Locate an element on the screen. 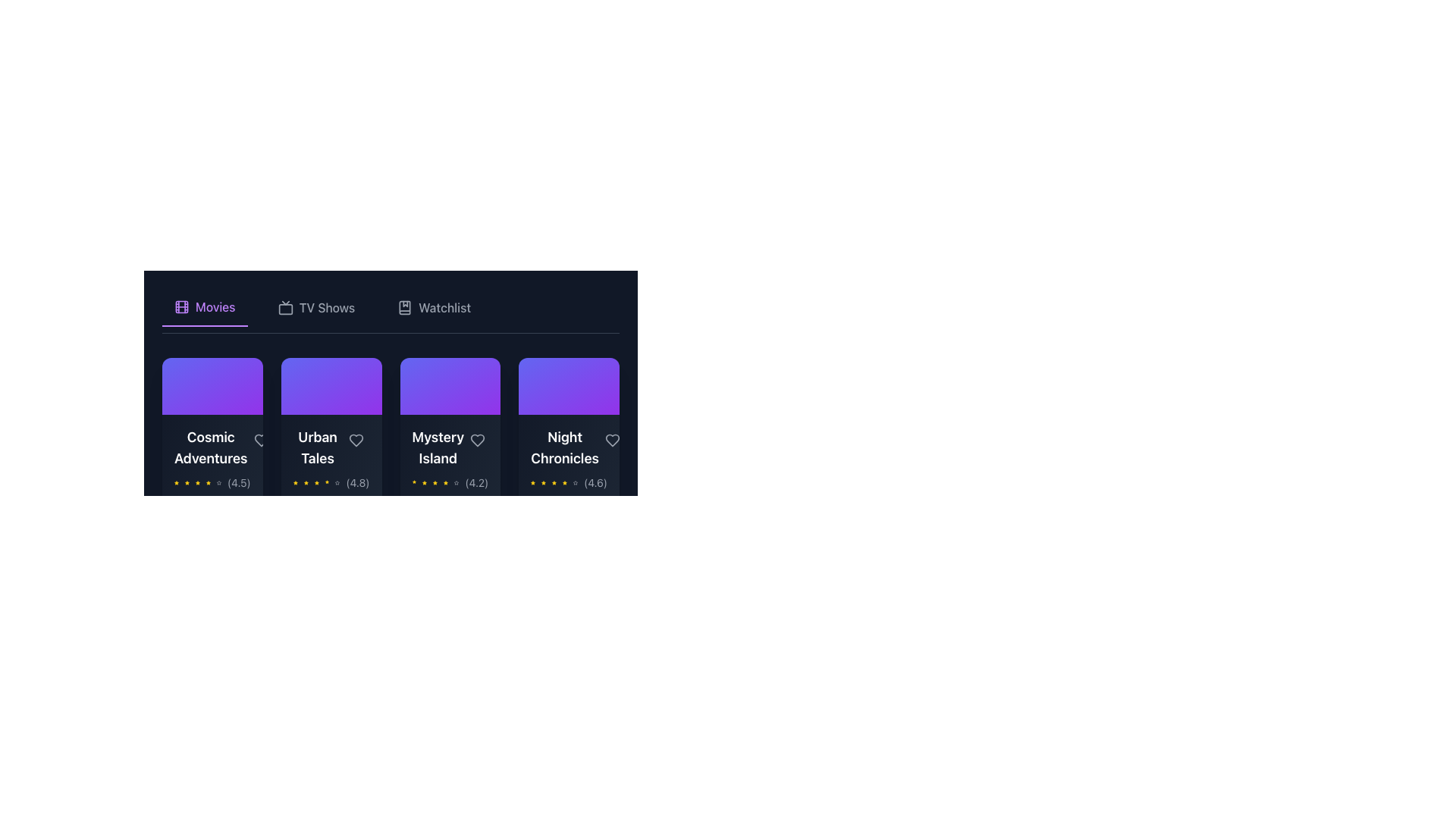  the favorite button located in the top-right corner of the 'Night Chronicles' card to mark it as a favorite is located at coordinates (612, 439).